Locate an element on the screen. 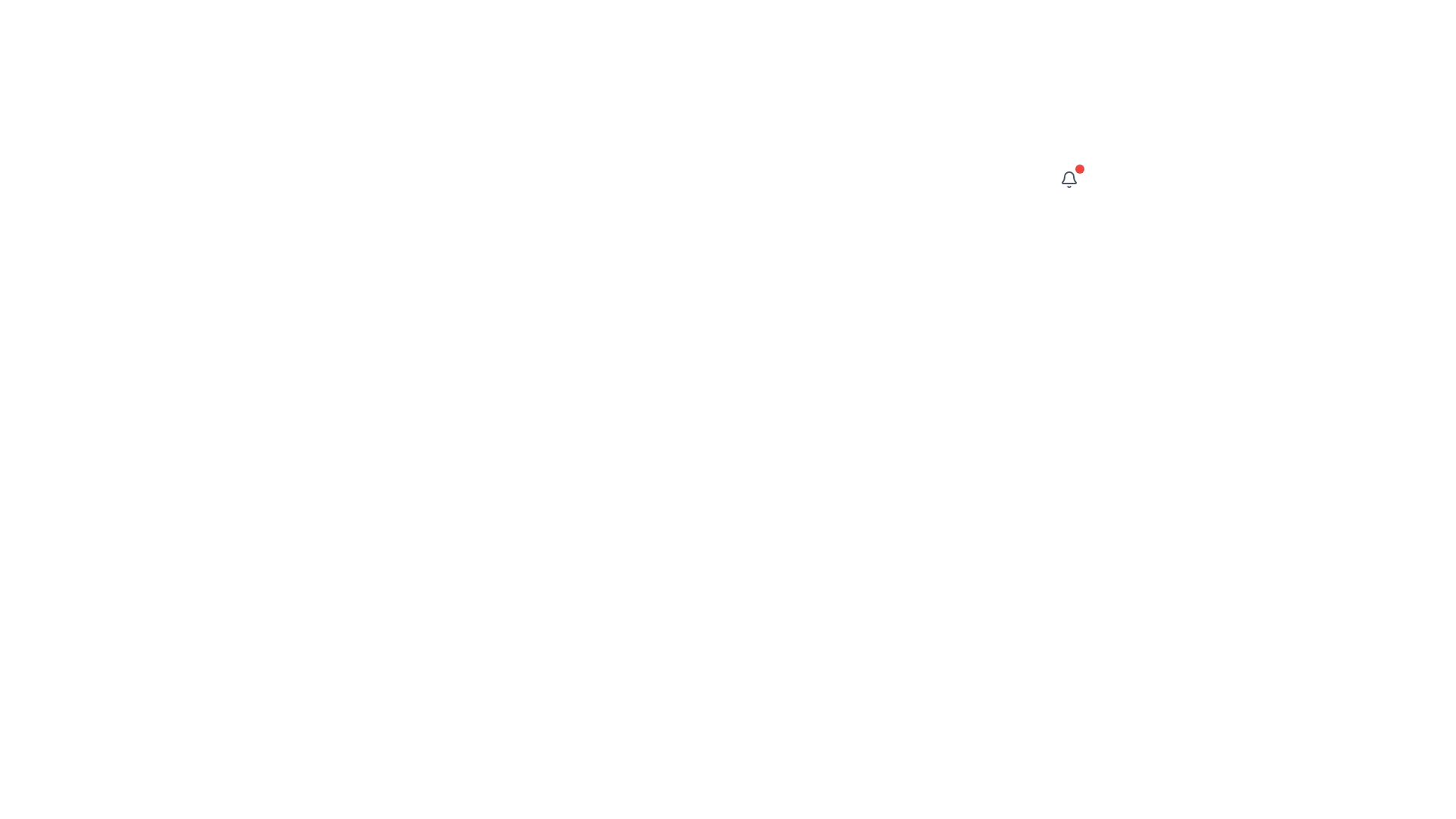  the small red notification badge located at the top-right of the bell icon is located at coordinates (1068, 178).